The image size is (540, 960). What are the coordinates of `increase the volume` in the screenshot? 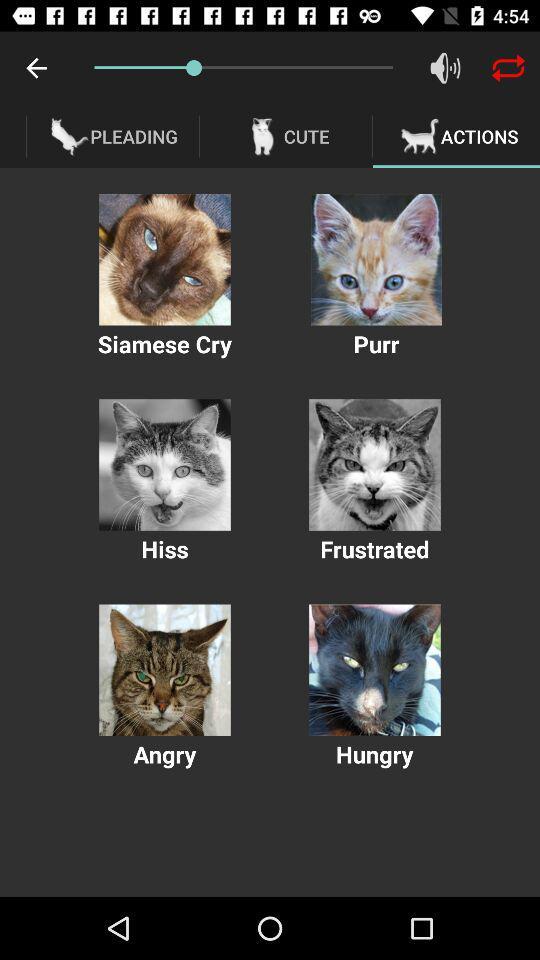 It's located at (445, 68).